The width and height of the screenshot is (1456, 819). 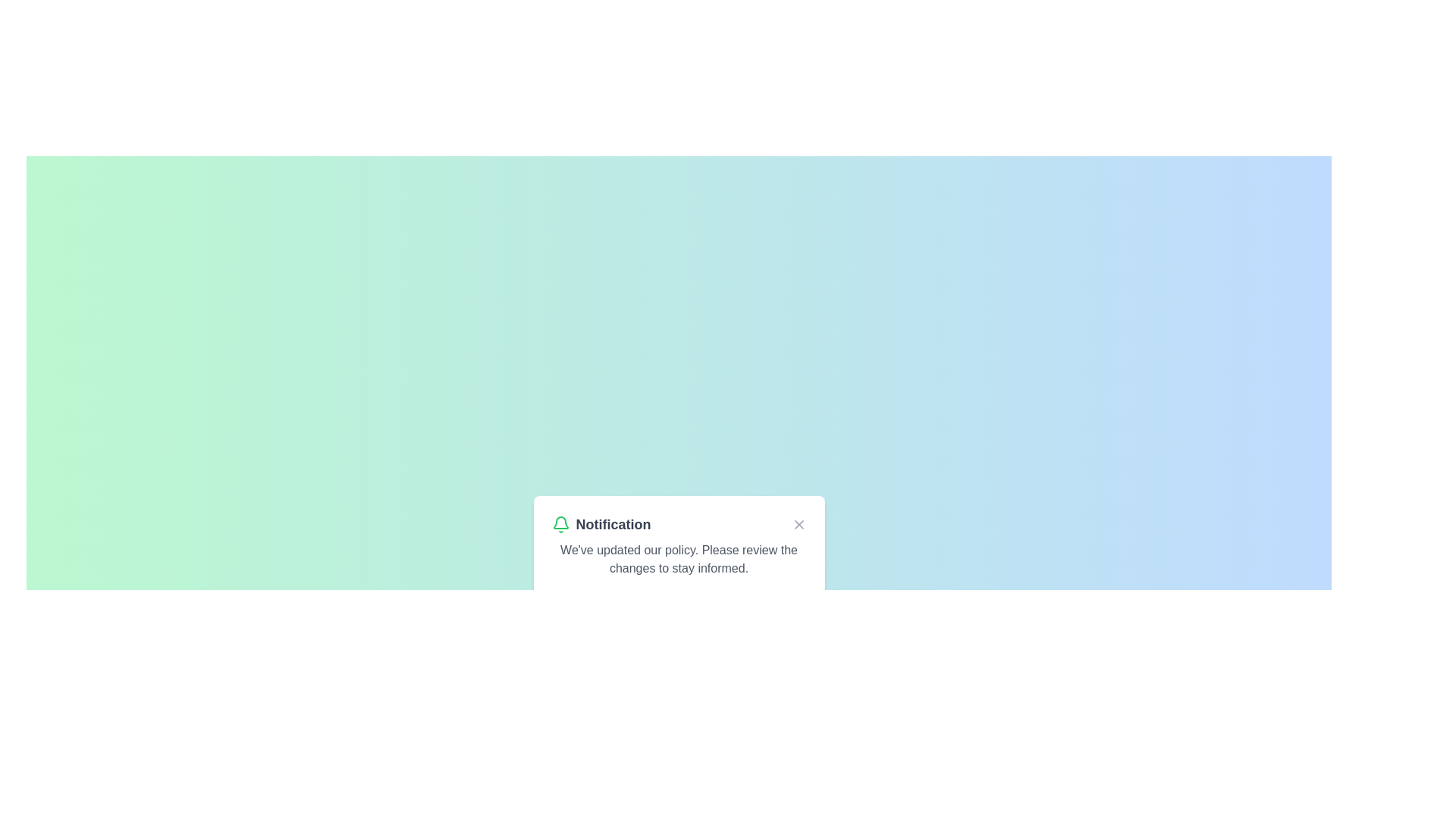 What do you see at coordinates (600, 523) in the screenshot?
I see `text 'Notification' from the Text Label located in the notification header to the right of the green bell icon` at bounding box center [600, 523].